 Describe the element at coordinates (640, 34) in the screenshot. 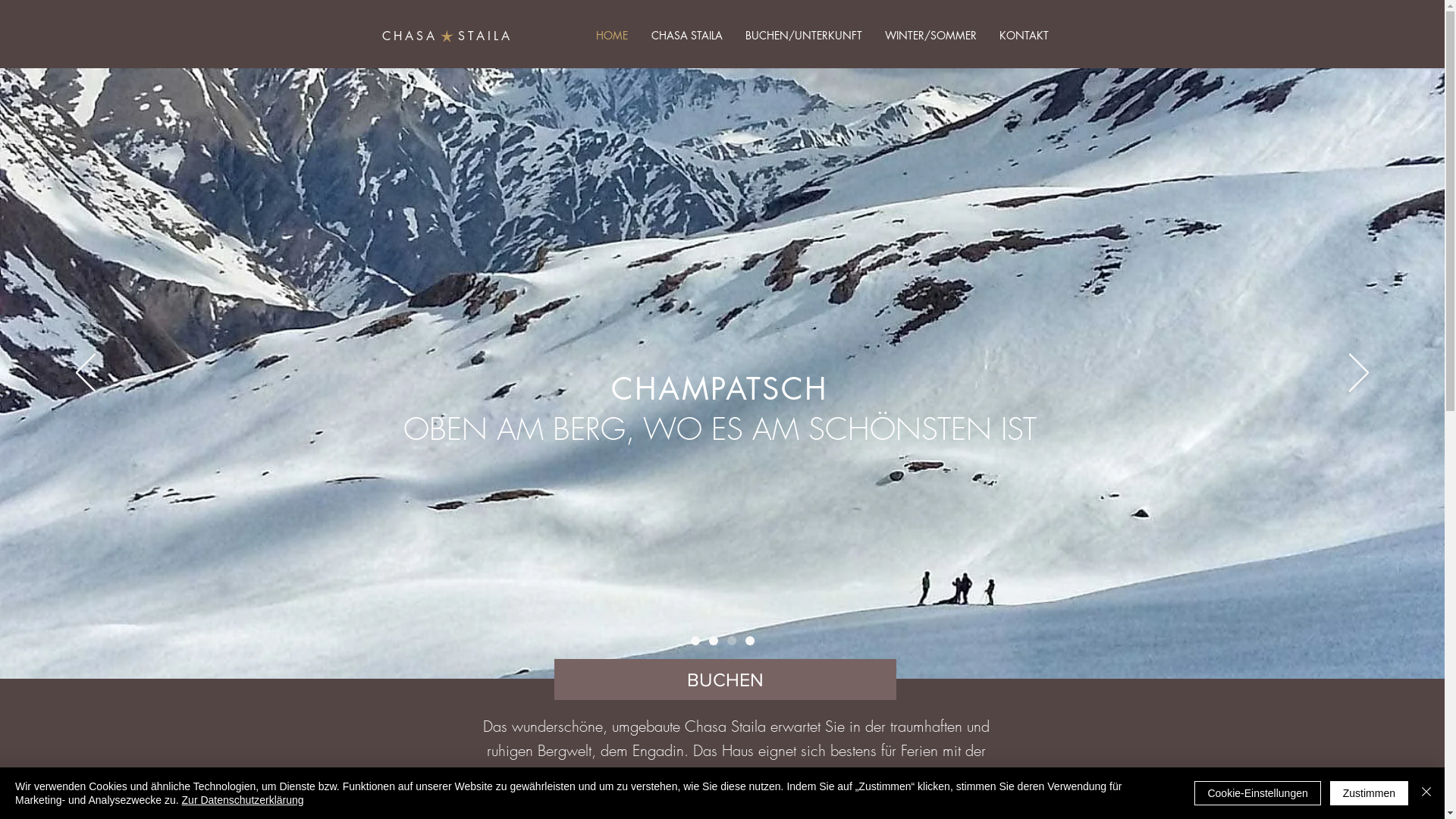

I see `'CHASA STAILA'` at that location.